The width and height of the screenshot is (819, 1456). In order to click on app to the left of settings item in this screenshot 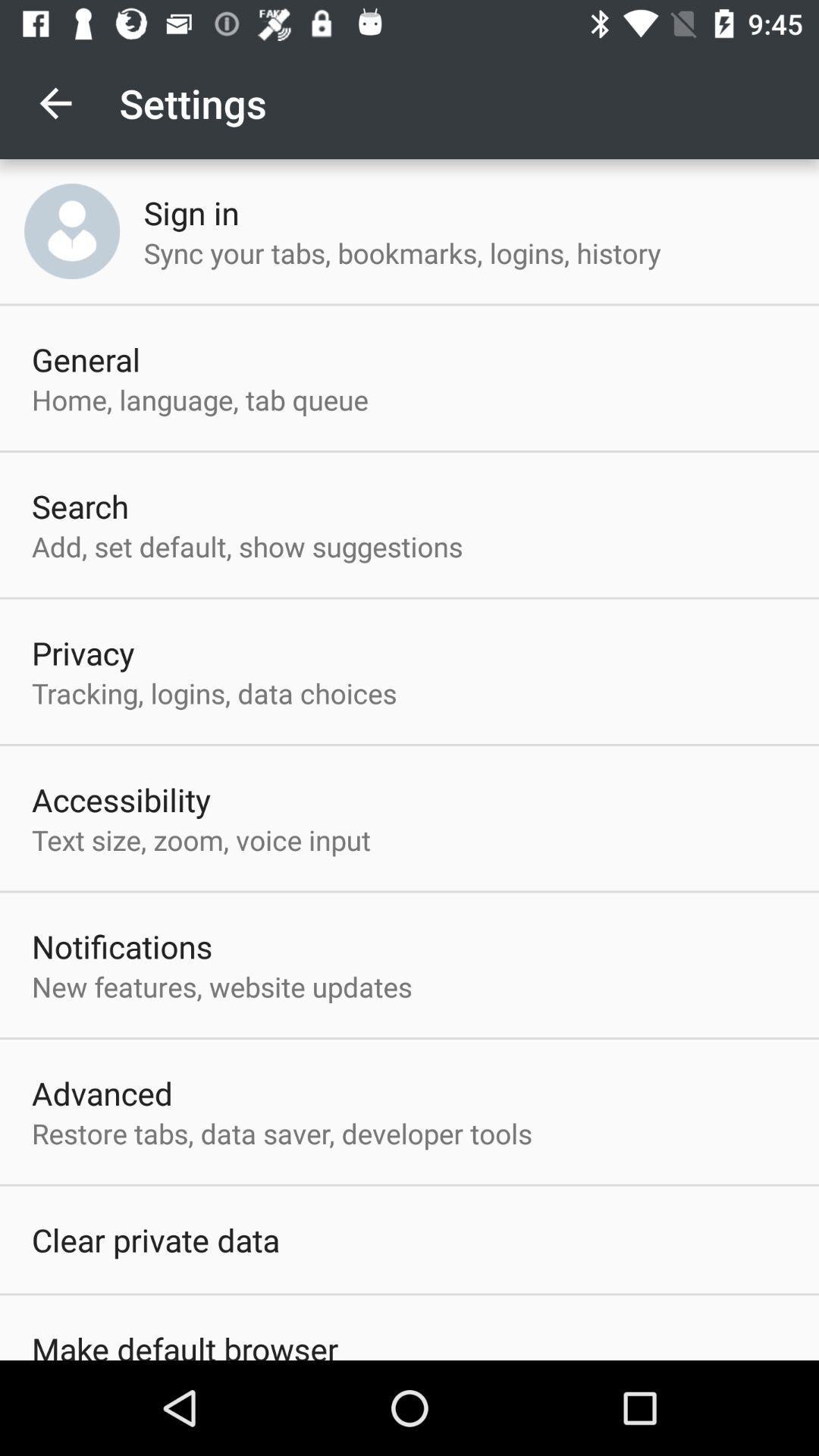, I will do `click(55, 102)`.